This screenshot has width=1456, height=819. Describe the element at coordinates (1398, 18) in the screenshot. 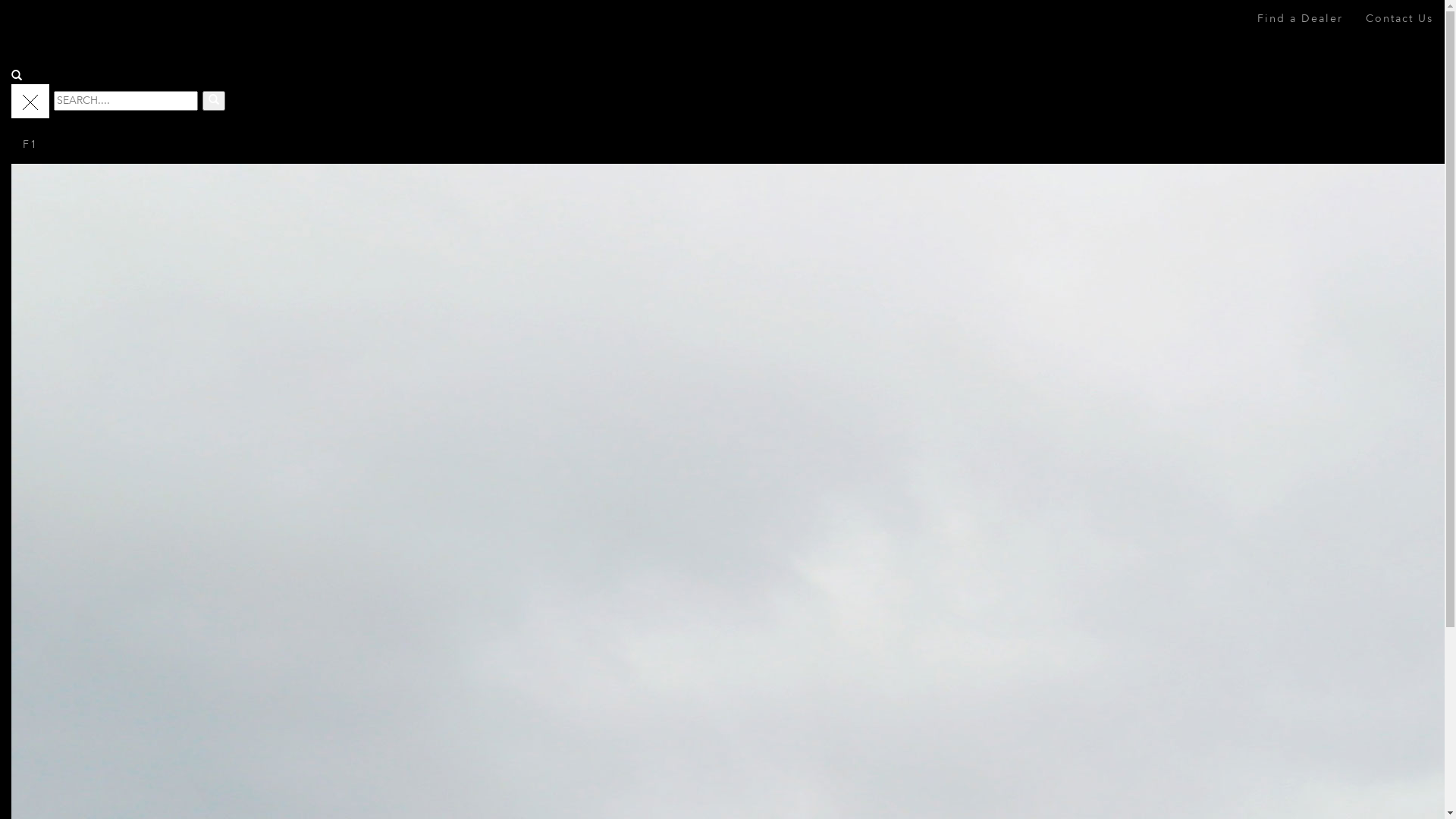

I see `'Contact Us'` at that location.